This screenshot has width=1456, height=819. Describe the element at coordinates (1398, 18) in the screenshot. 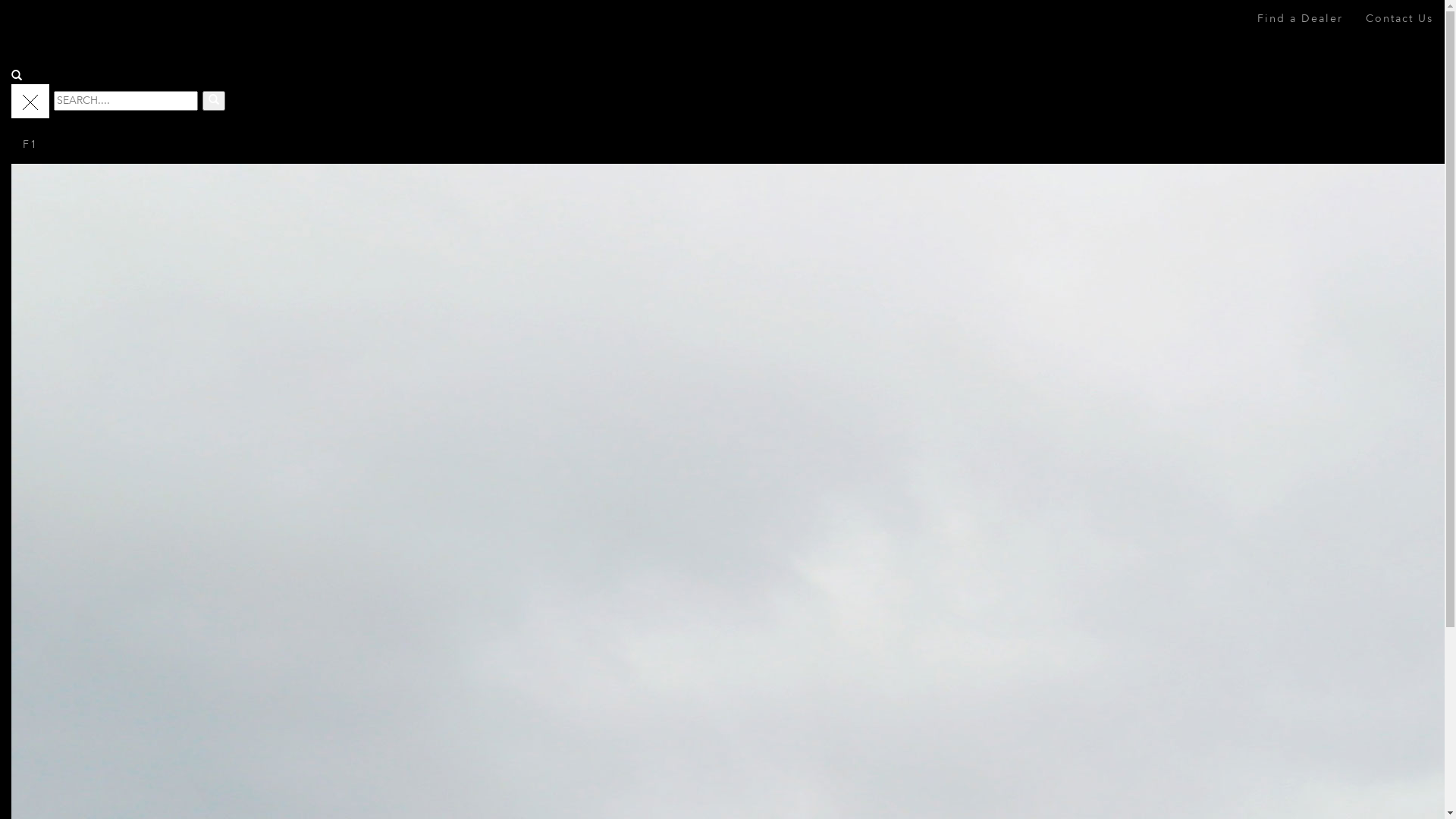

I see `'Contact Us'` at that location.